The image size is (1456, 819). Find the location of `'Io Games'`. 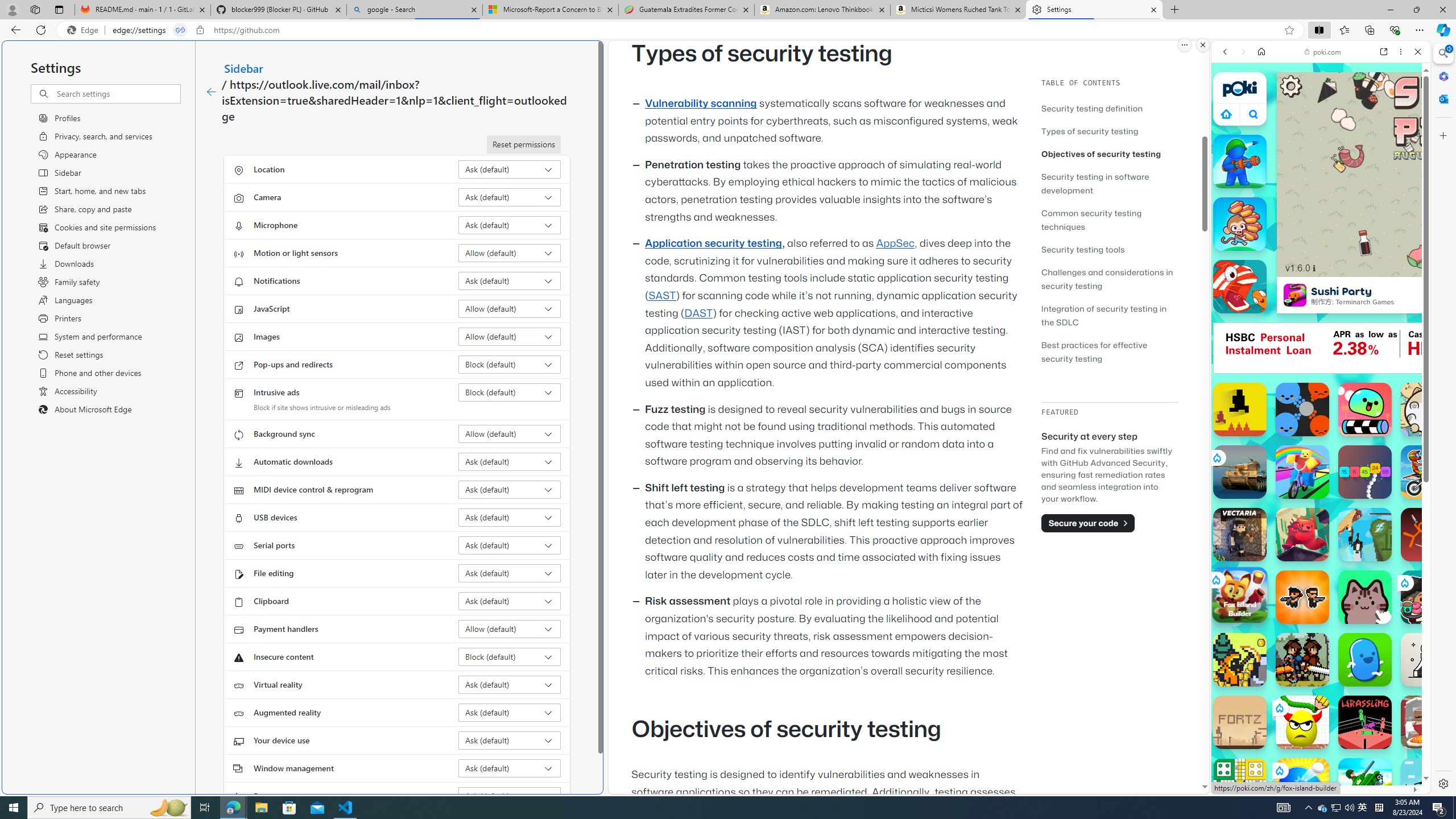

'Io Games' is located at coordinates (1319, 350).